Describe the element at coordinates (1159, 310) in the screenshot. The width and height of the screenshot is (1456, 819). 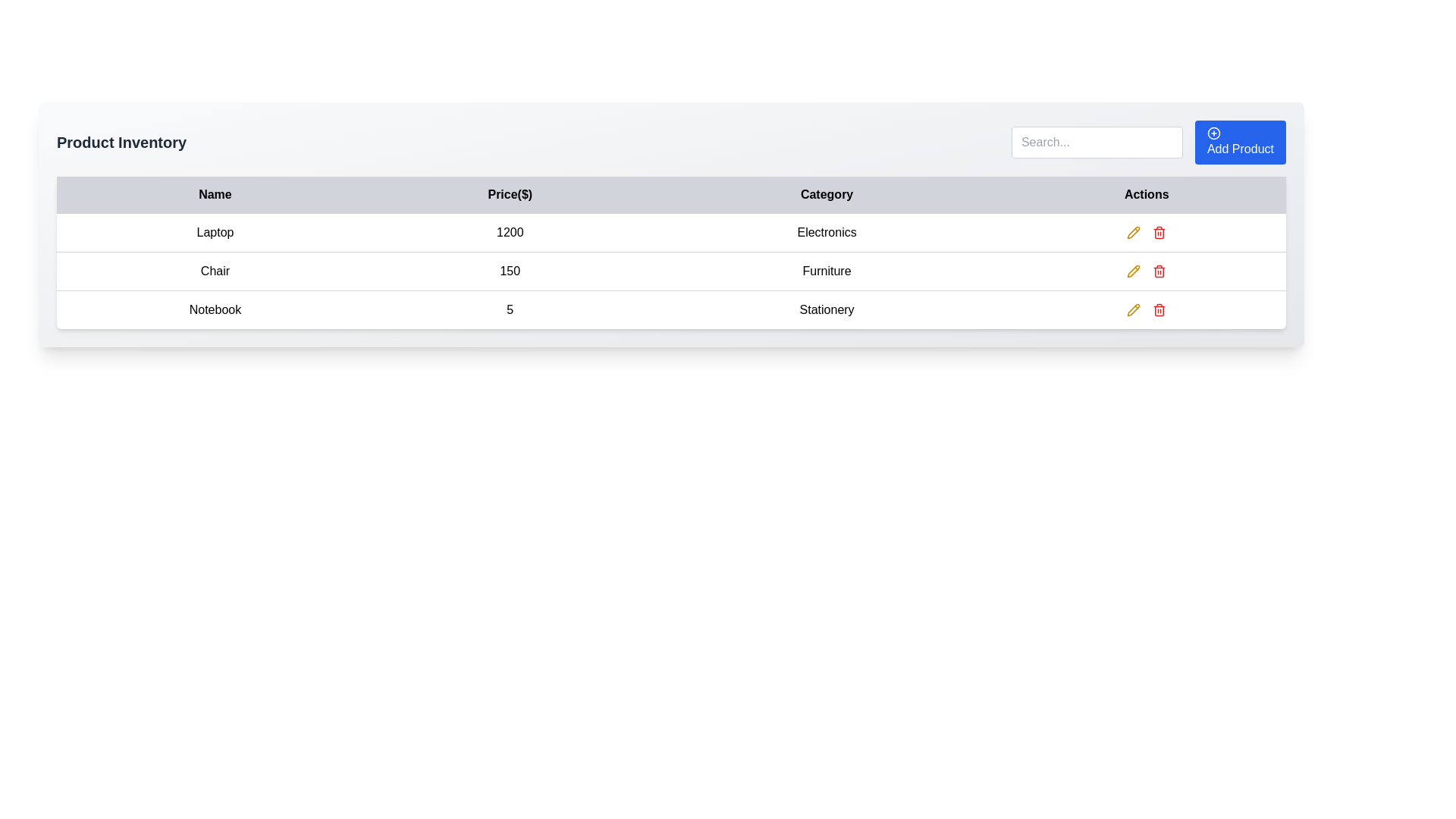
I see `the red trash bin icon, which is the second icon in the 'Actions' column of the third row in the table` at that location.